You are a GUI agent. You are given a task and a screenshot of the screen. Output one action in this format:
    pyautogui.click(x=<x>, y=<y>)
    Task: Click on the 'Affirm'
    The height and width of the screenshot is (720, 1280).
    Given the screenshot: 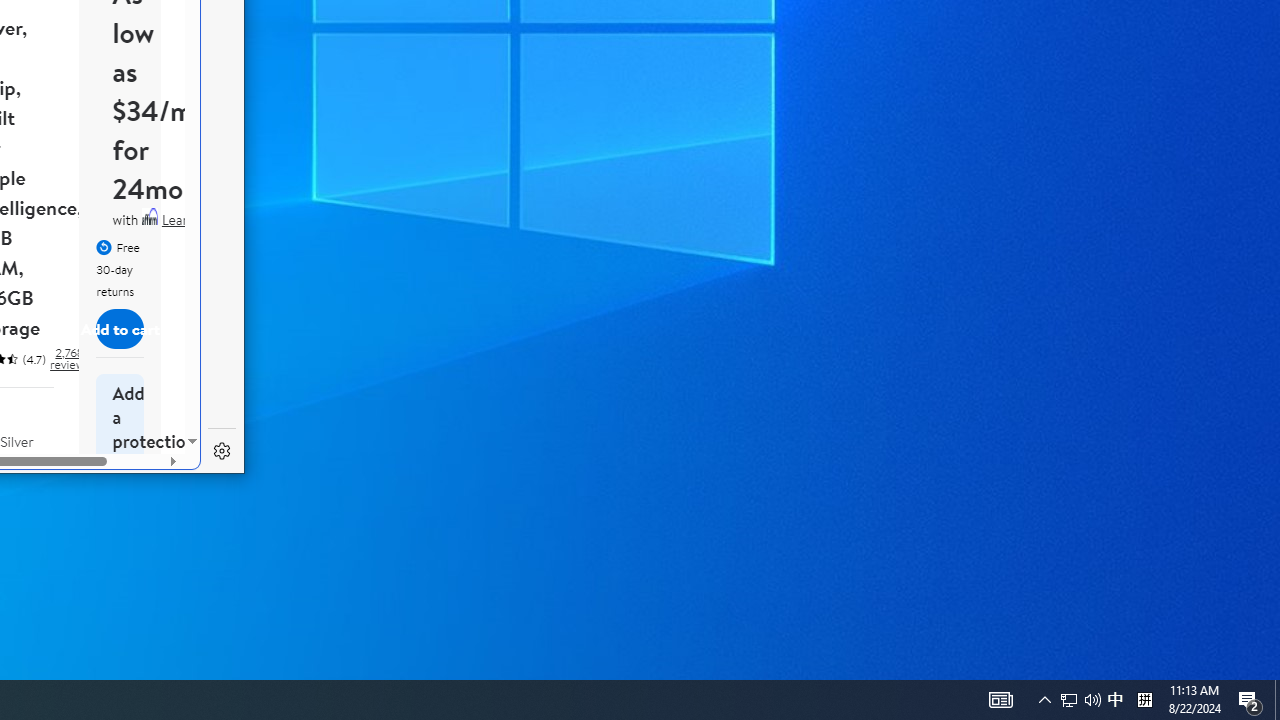 What is the action you would take?
    pyautogui.click(x=148, y=216)
    